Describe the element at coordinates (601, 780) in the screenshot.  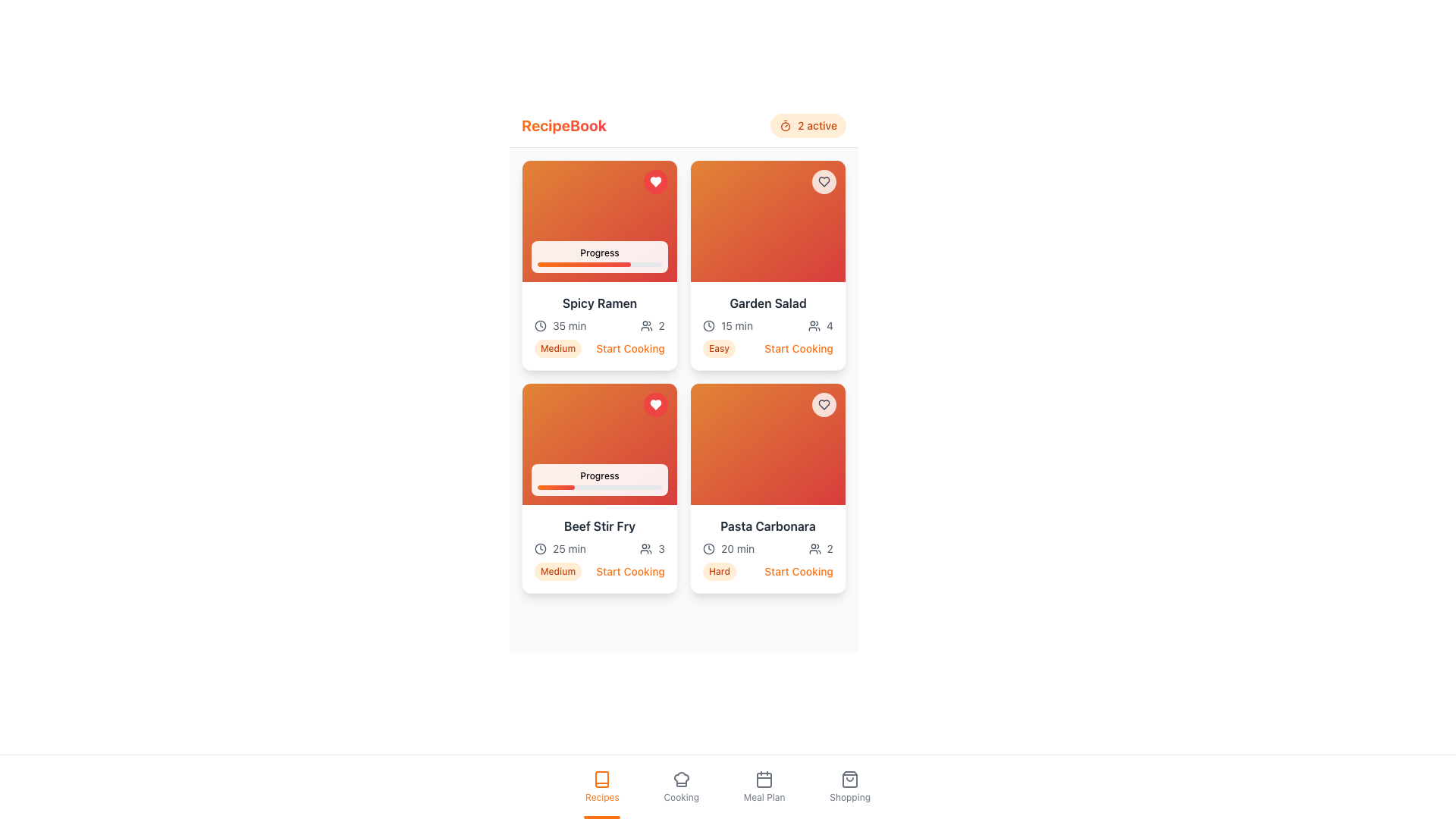
I see `the stylized book icon located at the center of the 'Recipes' tab in the bottom navigation bar` at that location.